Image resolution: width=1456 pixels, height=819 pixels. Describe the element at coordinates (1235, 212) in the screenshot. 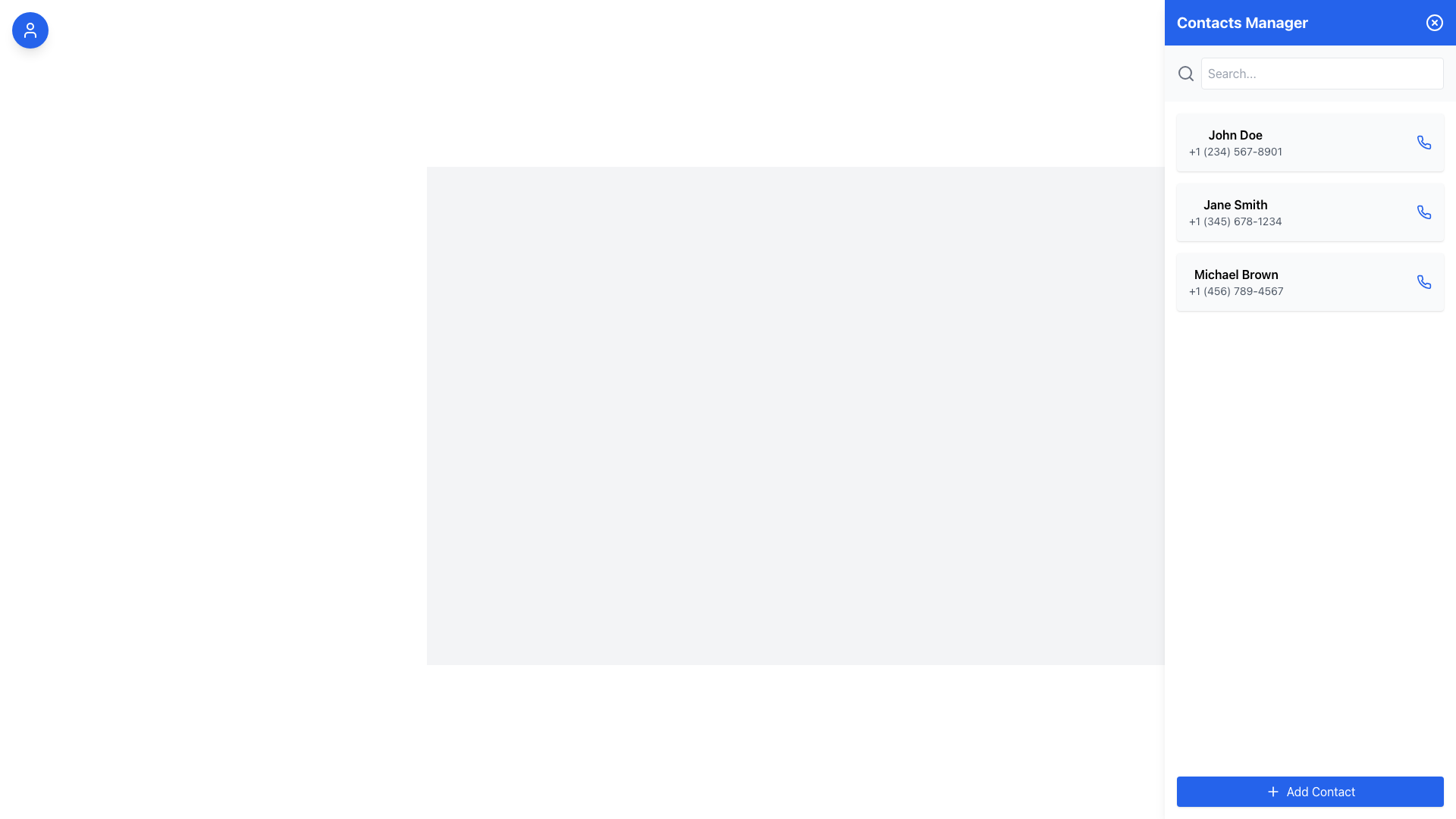

I see `the text display element that shows the contact details of Jane Smith, located in the second card from the top in the top-right corner of the interface` at that location.